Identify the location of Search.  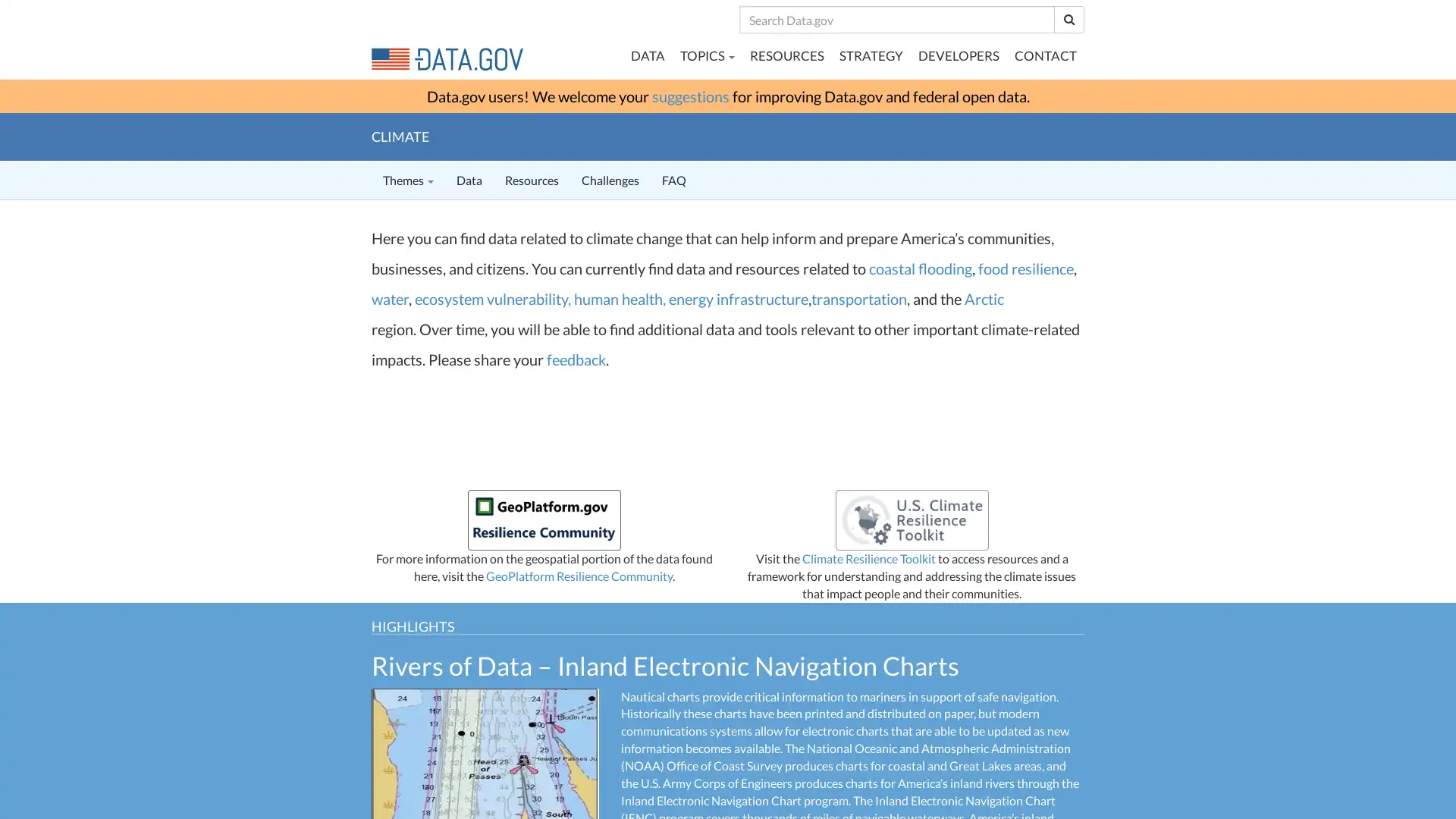
(1068, 19).